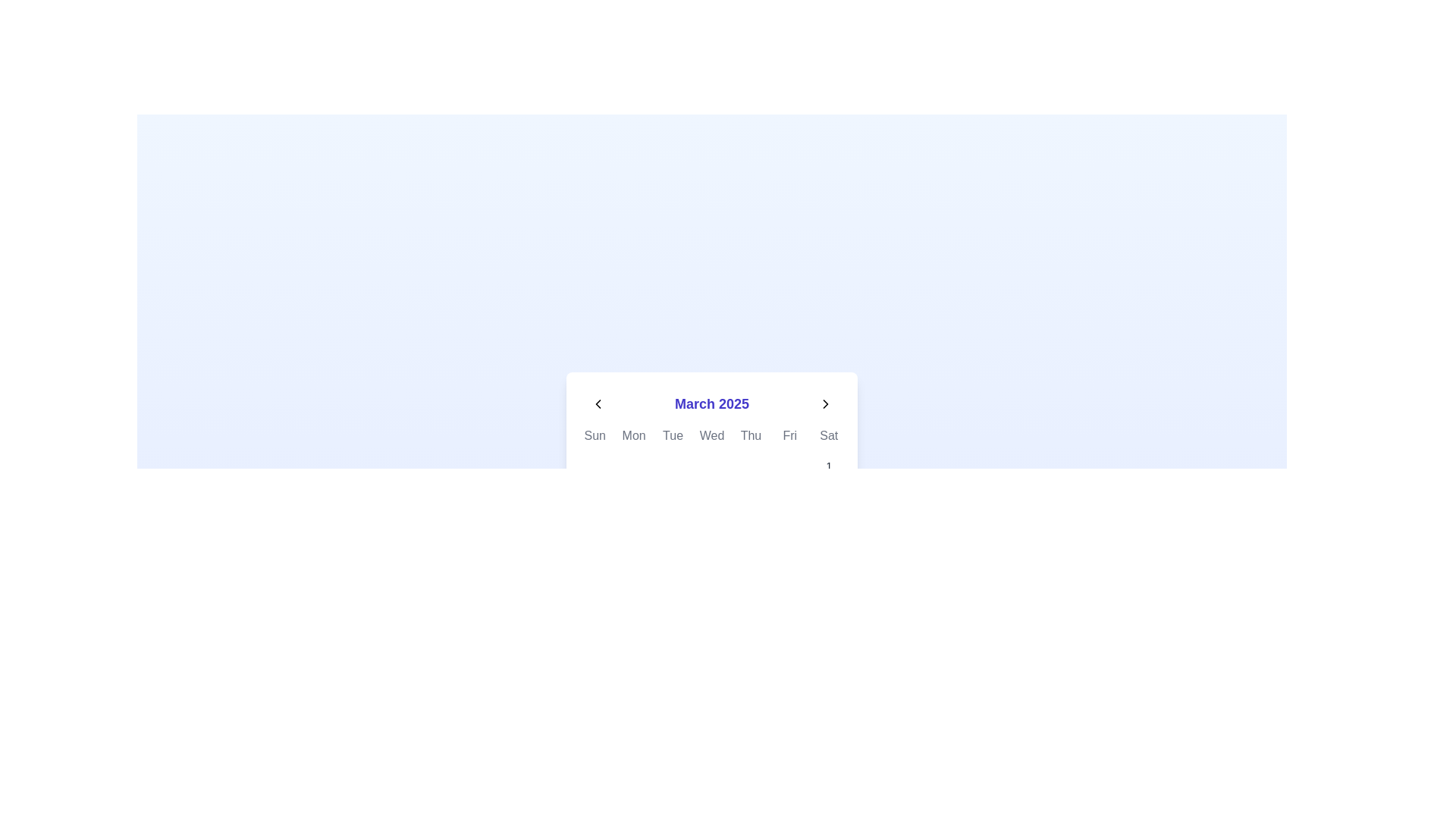  Describe the element at coordinates (789, 435) in the screenshot. I see `the text label denoting 'Friday' in the weekly calendar layout, which is the sixth item from the left in the row of day abbreviations` at that location.